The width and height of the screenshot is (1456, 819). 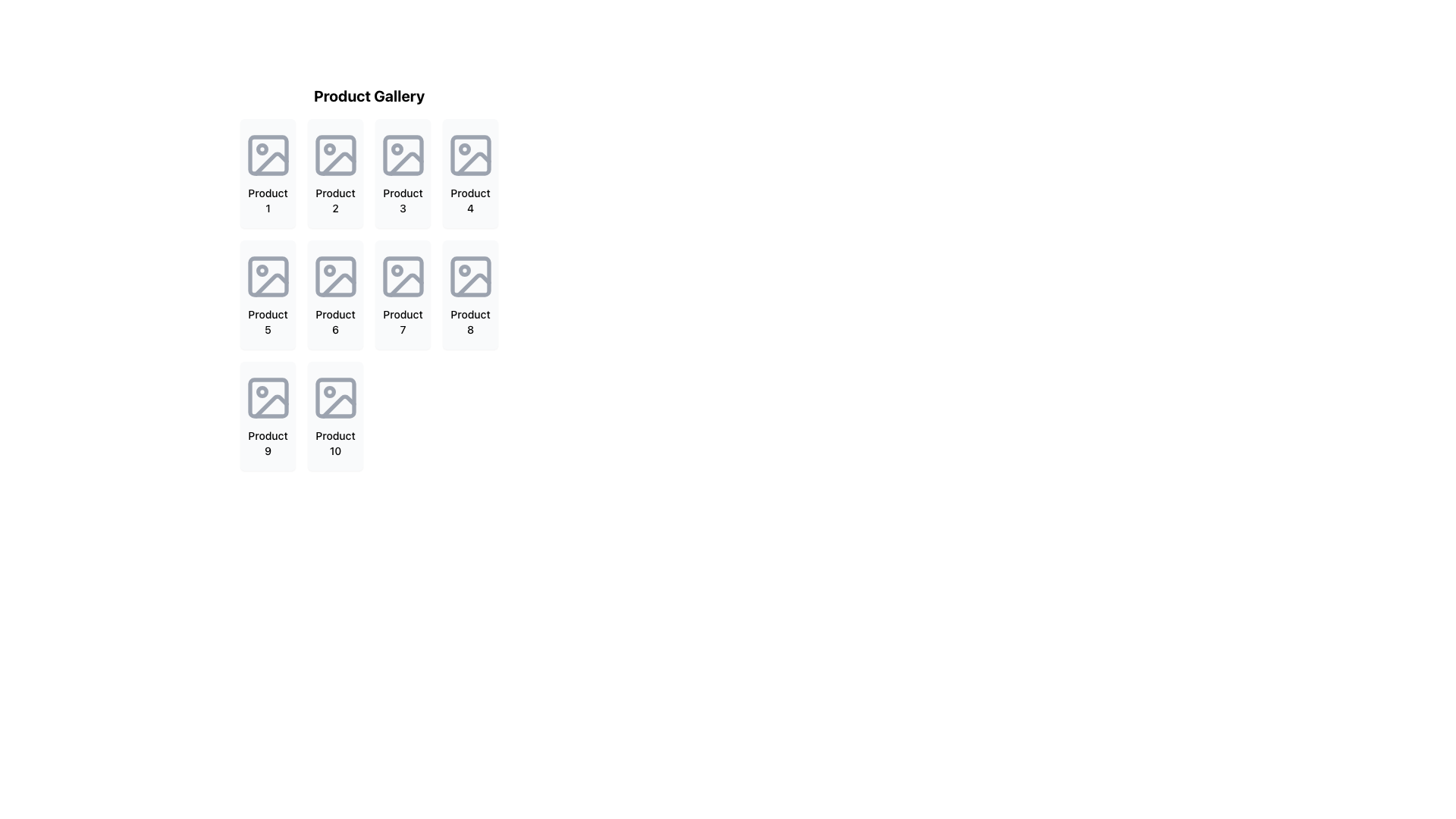 I want to click on the icon representing an image in the card for 'Product 2', which is styled with gray lines and located in the top center of the card in the grid layout, so click(x=334, y=155).